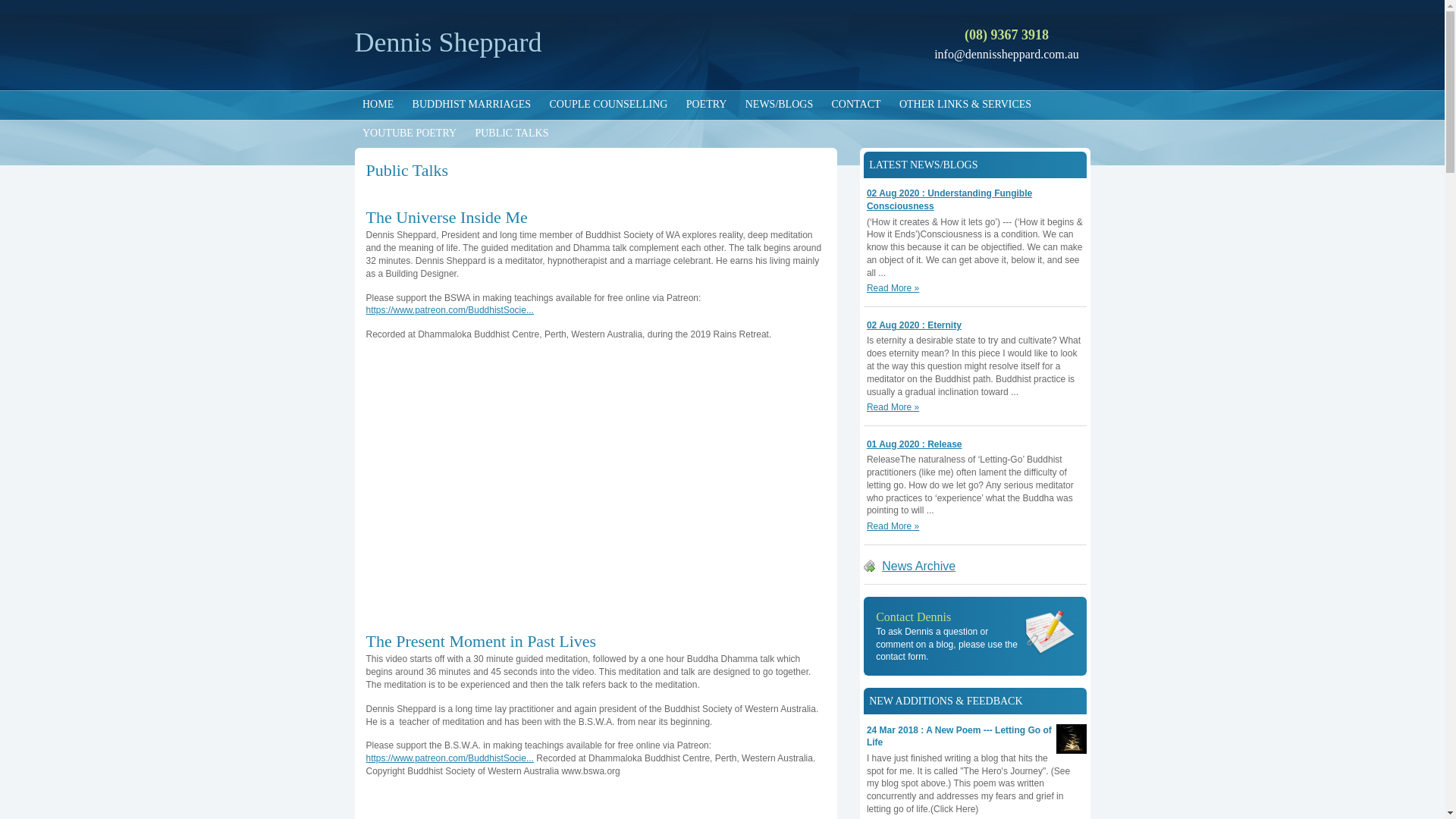 Image resolution: width=1456 pixels, height=819 pixels. Describe the element at coordinates (964, 104) in the screenshot. I see `'OTHER LINKS & SERVICES'` at that location.